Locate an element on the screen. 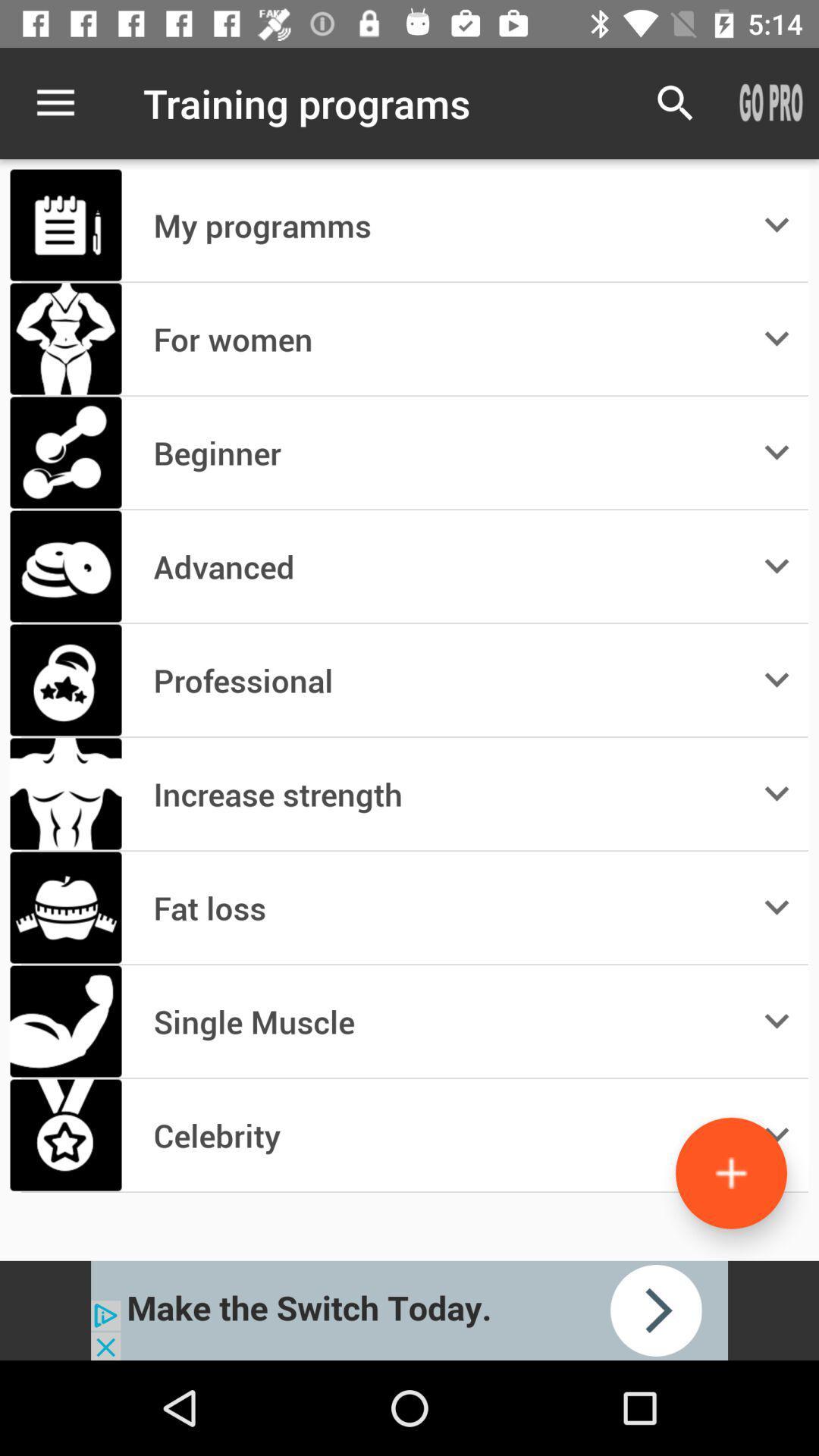 The height and width of the screenshot is (1456, 819). more is located at coordinates (730, 1172).